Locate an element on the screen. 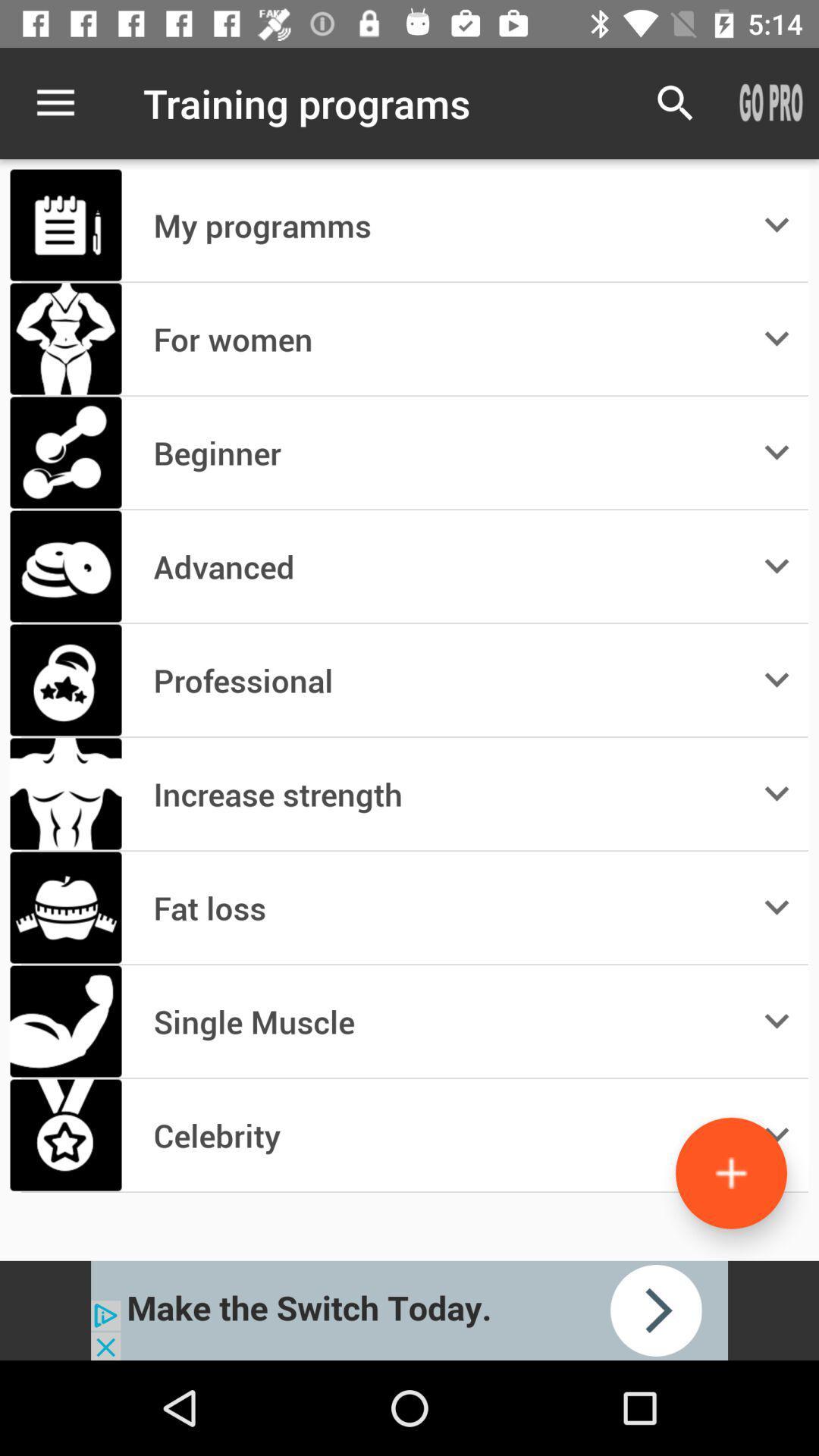 The height and width of the screenshot is (1456, 819). more is located at coordinates (730, 1172).